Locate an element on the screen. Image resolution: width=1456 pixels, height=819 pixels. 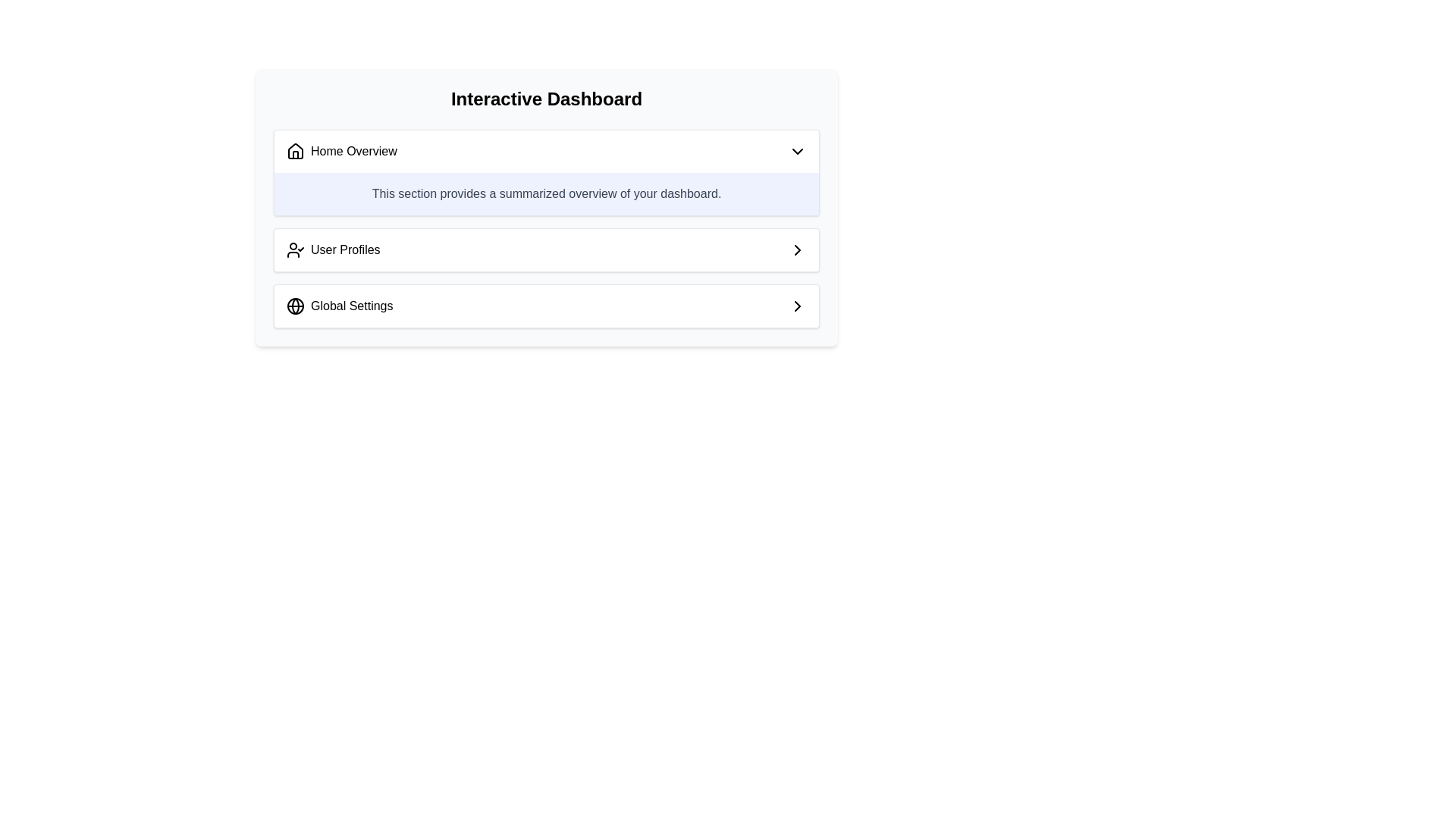
text content of the 'Global Settings' text label with a globe icon, which is the last entry in the vertical list of navigation options is located at coordinates (339, 306).